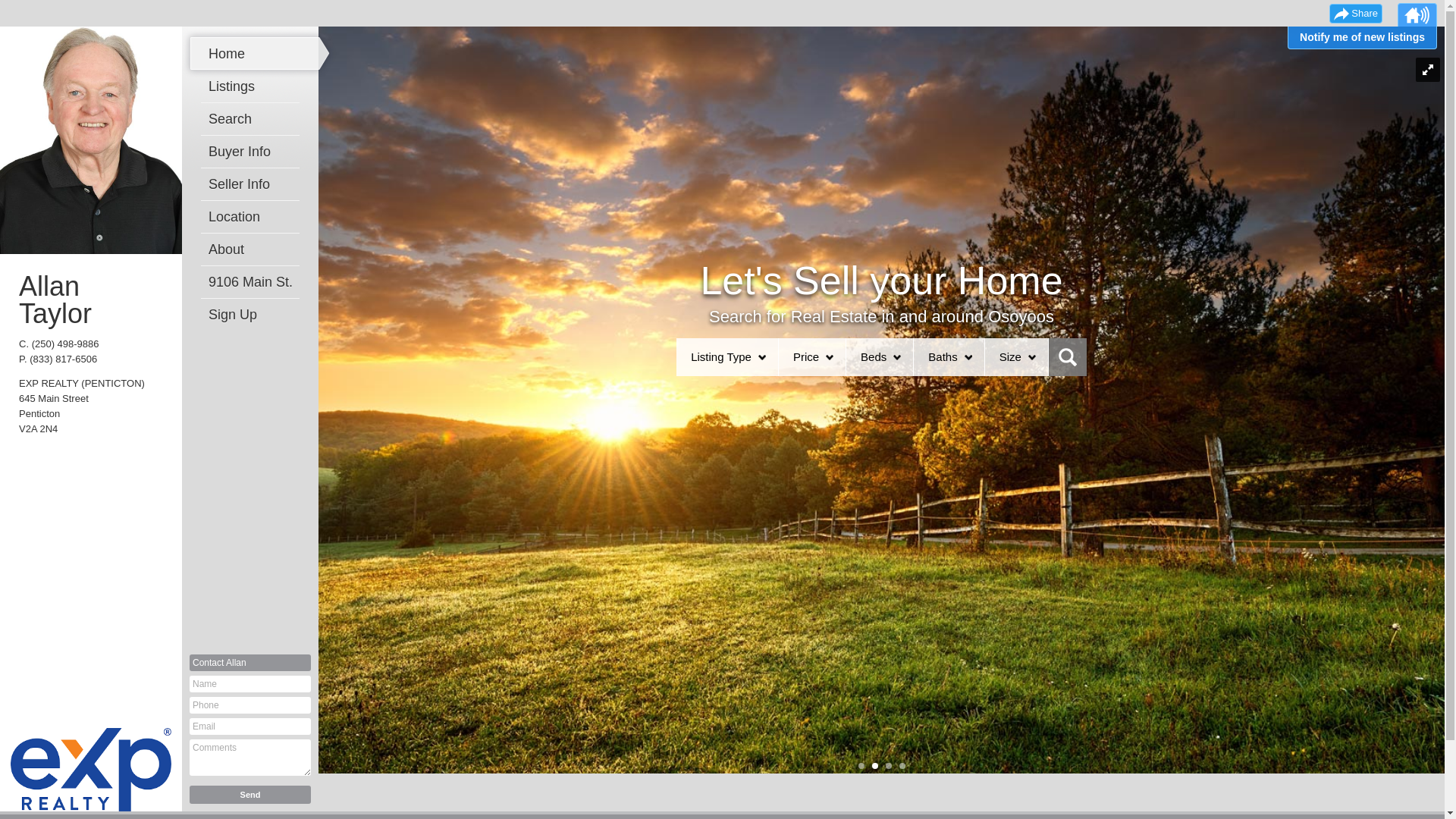 Image resolution: width=1456 pixels, height=819 pixels. Describe the element at coordinates (1010, 356) in the screenshot. I see `'Size'` at that location.